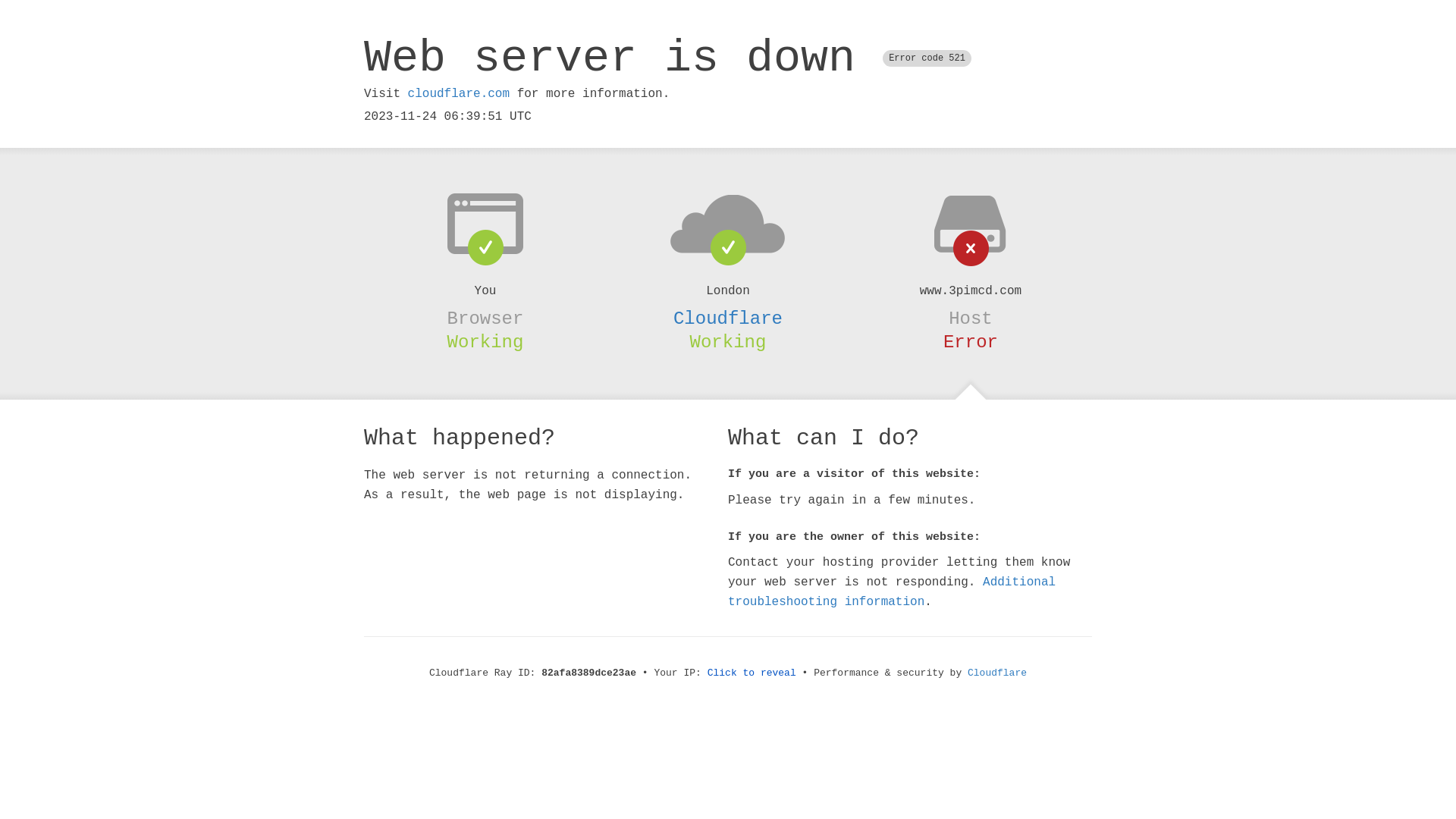 This screenshot has width=1456, height=819. Describe the element at coordinates (997, 672) in the screenshot. I see `'Cloudflare'` at that location.